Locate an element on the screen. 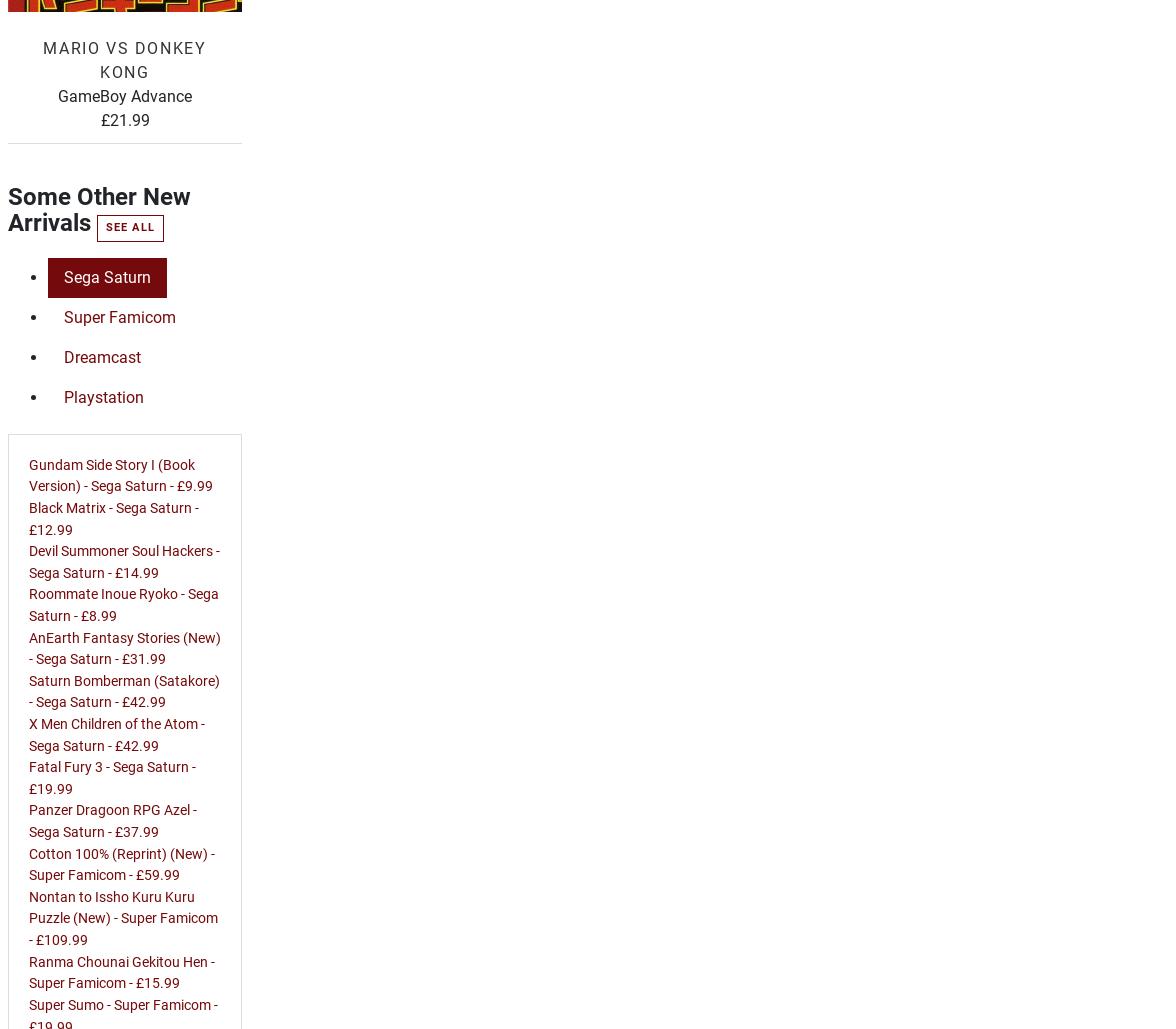 The image size is (1176, 1029). 'Gundam Side Story I (Book Version) - Sega Saturn - £9.99' is located at coordinates (121, 475).